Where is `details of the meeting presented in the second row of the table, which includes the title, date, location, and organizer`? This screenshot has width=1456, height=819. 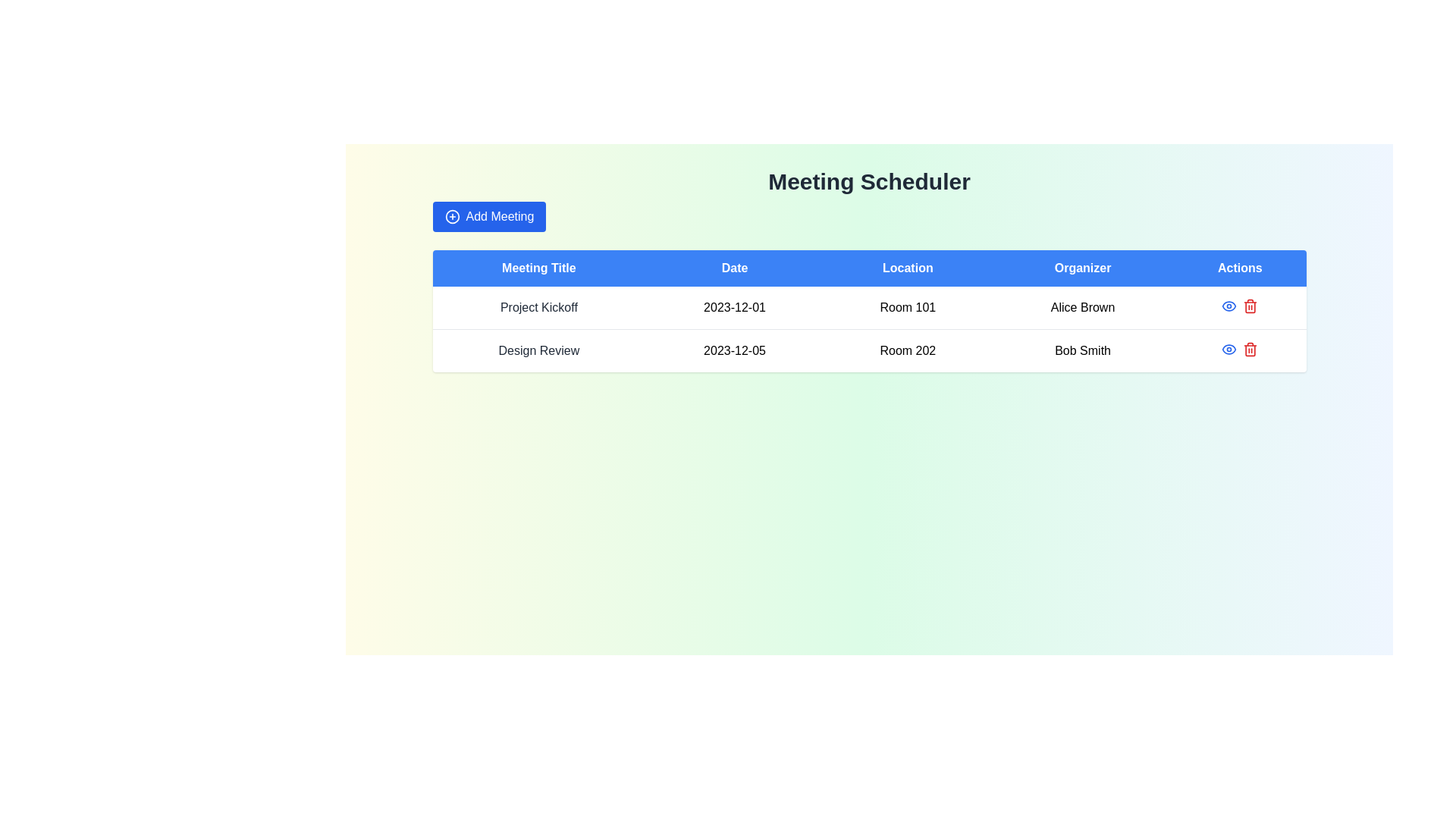 details of the meeting presented in the second row of the table, which includes the title, date, location, and organizer is located at coordinates (869, 350).